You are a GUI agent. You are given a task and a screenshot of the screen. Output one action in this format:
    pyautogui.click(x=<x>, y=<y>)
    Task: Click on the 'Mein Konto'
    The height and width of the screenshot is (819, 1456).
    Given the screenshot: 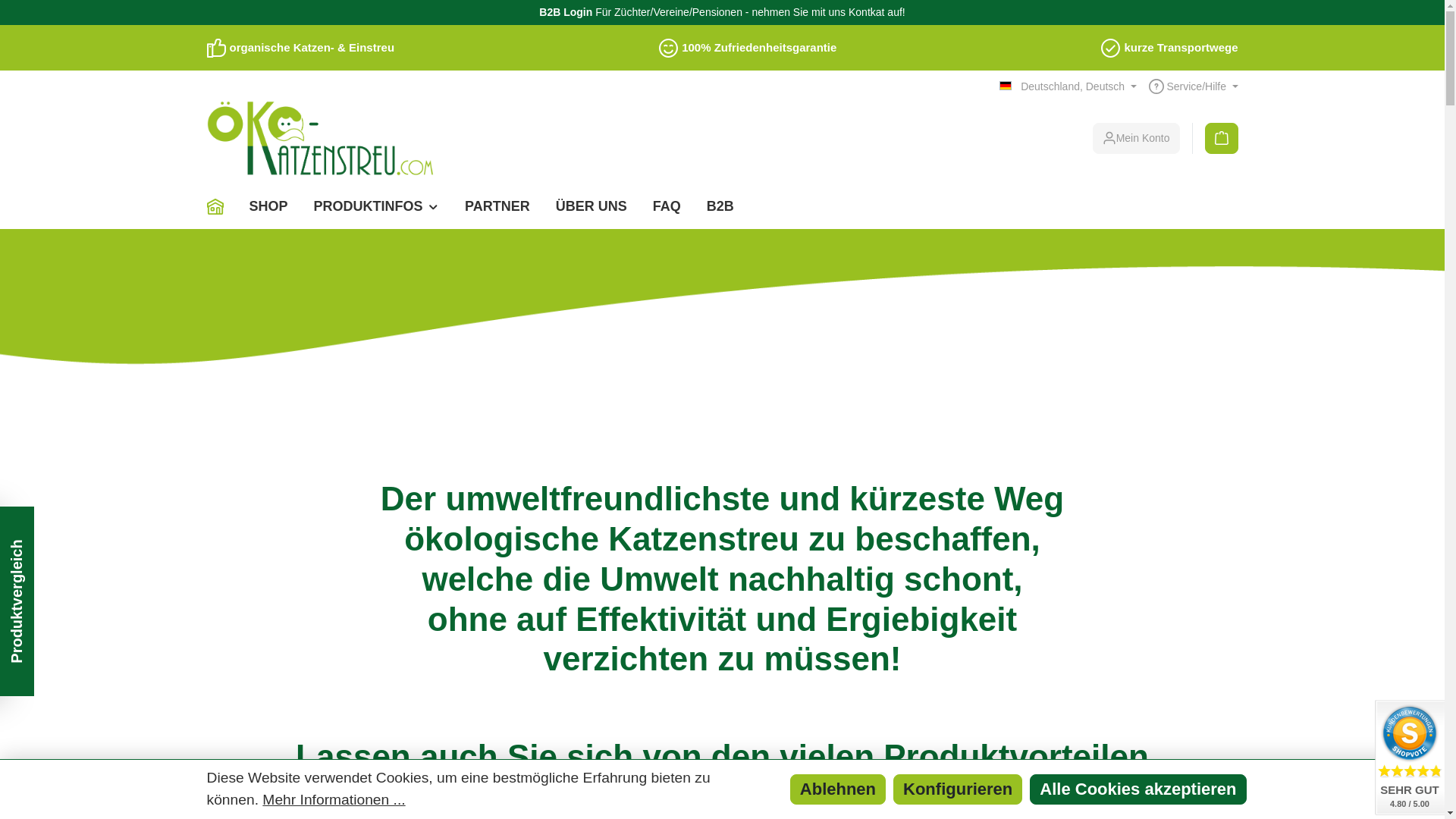 What is the action you would take?
    pyautogui.click(x=1136, y=138)
    